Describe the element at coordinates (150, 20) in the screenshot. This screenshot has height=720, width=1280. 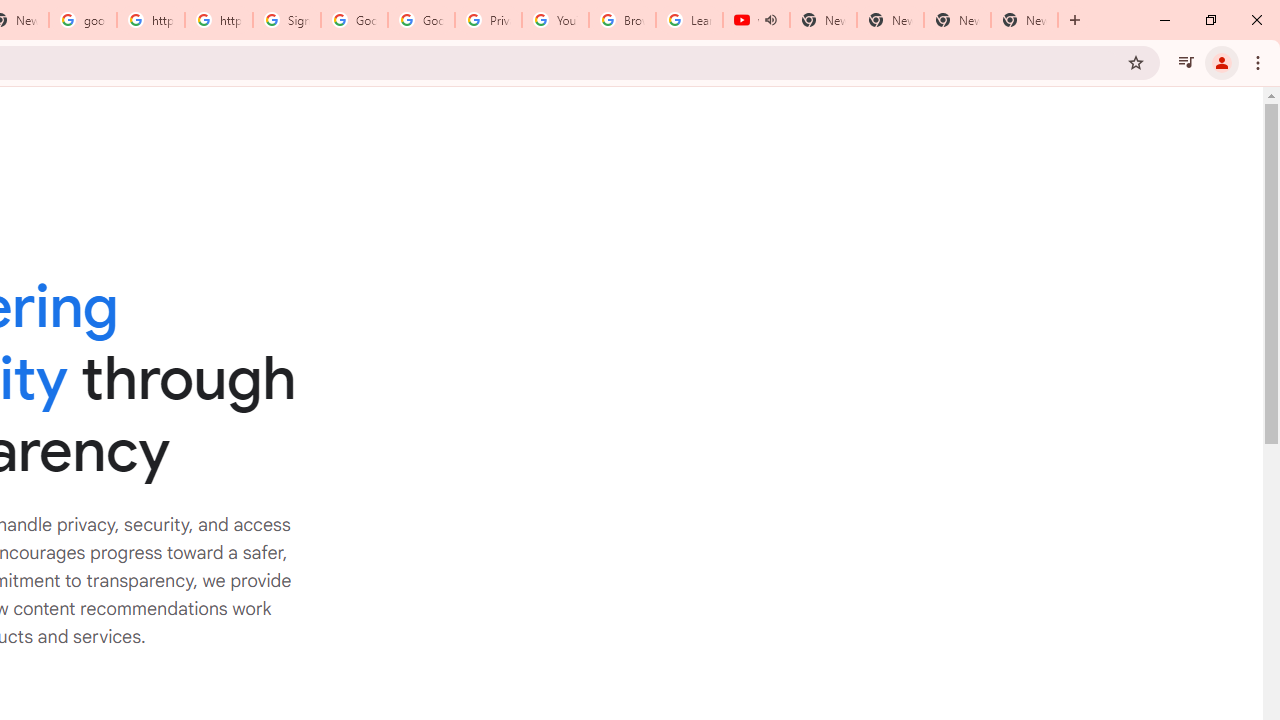
I see `'https://scholar.google.com/'` at that location.